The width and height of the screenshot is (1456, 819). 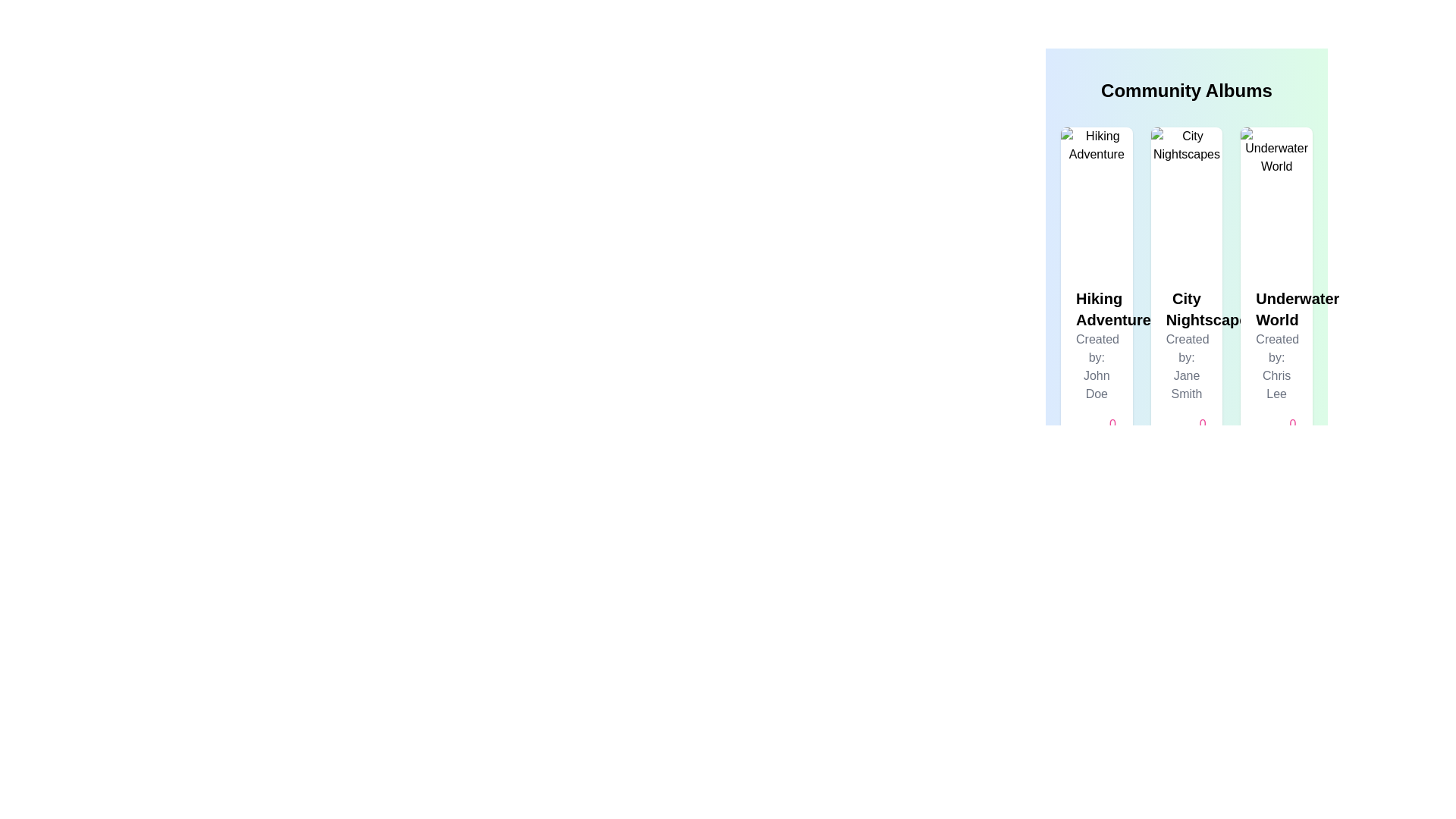 What do you see at coordinates (1185, 370) in the screenshot?
I see `text content of the styled text block titled 'City Nightscapes', which includes the description 'Created by: Jane Smith' below it, located centrally in the second column under 'Community Albums'` at bounding box center [1185, 370].